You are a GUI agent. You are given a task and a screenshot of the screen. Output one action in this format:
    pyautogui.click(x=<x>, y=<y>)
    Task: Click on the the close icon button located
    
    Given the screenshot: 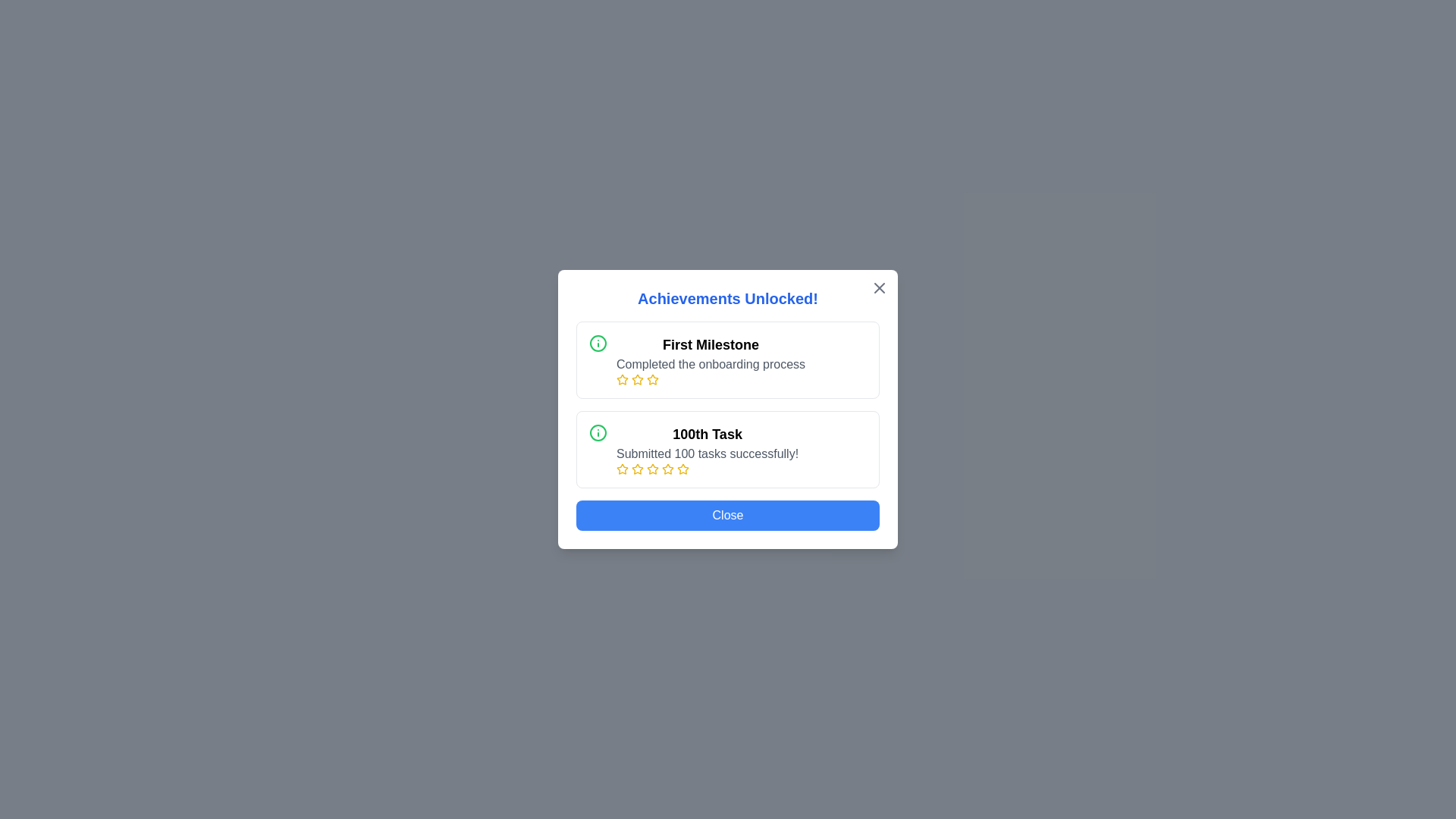 What is the action you would take?
    pyautogui.click(x=880, y=288)
    